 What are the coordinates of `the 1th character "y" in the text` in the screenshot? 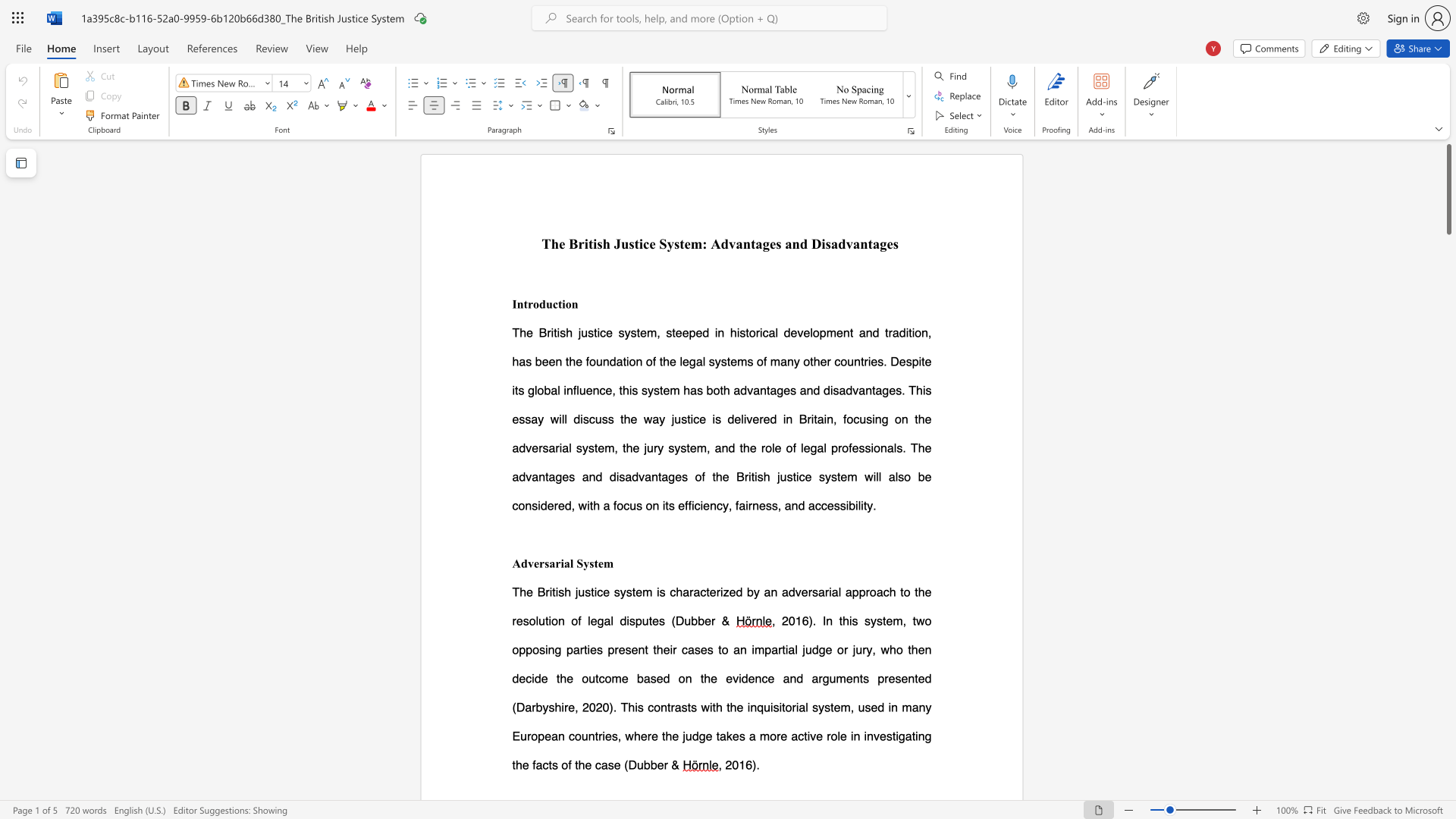 It's located at (670, 243).